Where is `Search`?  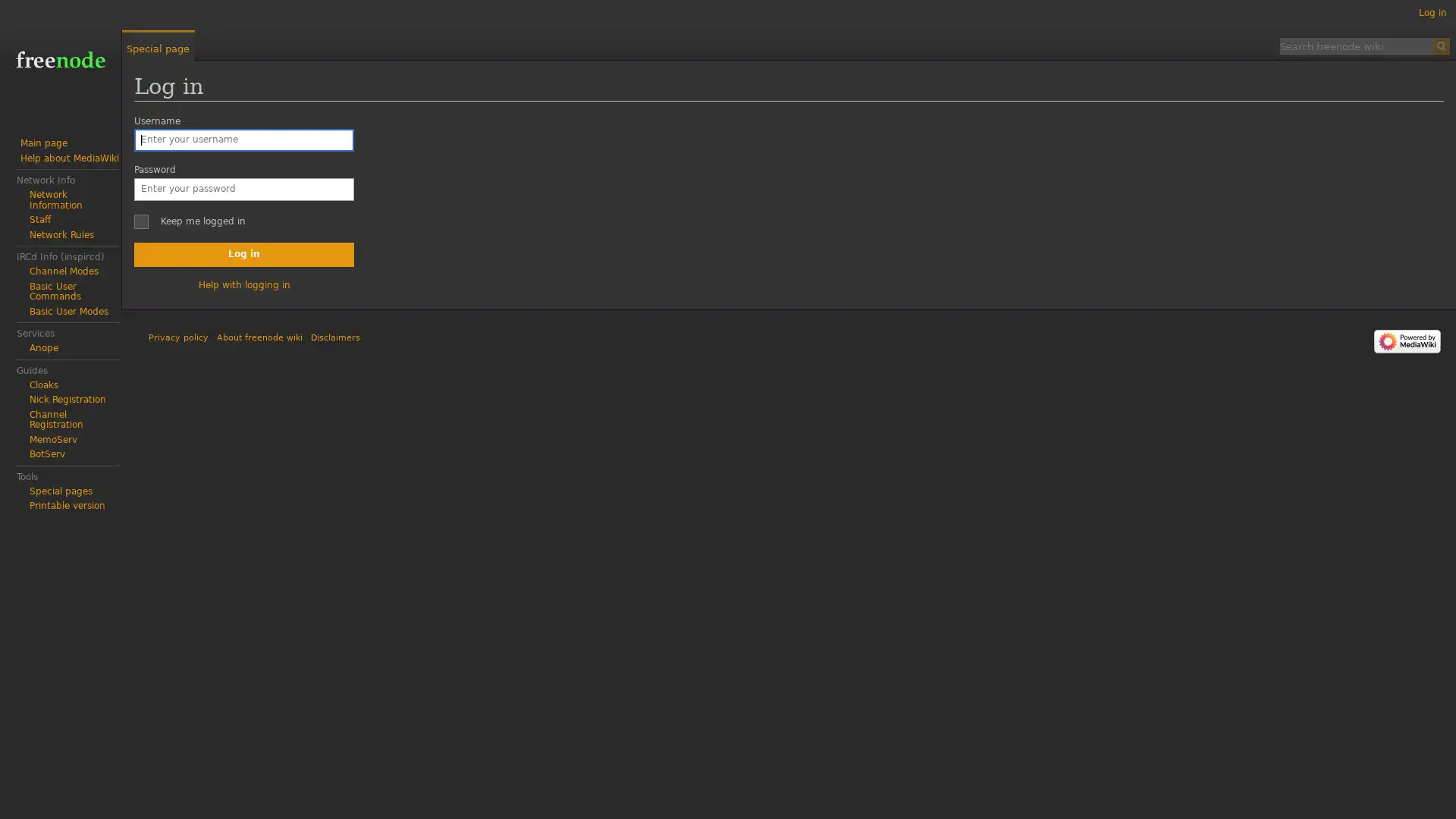
Search is located at coordinates (1440, 45).